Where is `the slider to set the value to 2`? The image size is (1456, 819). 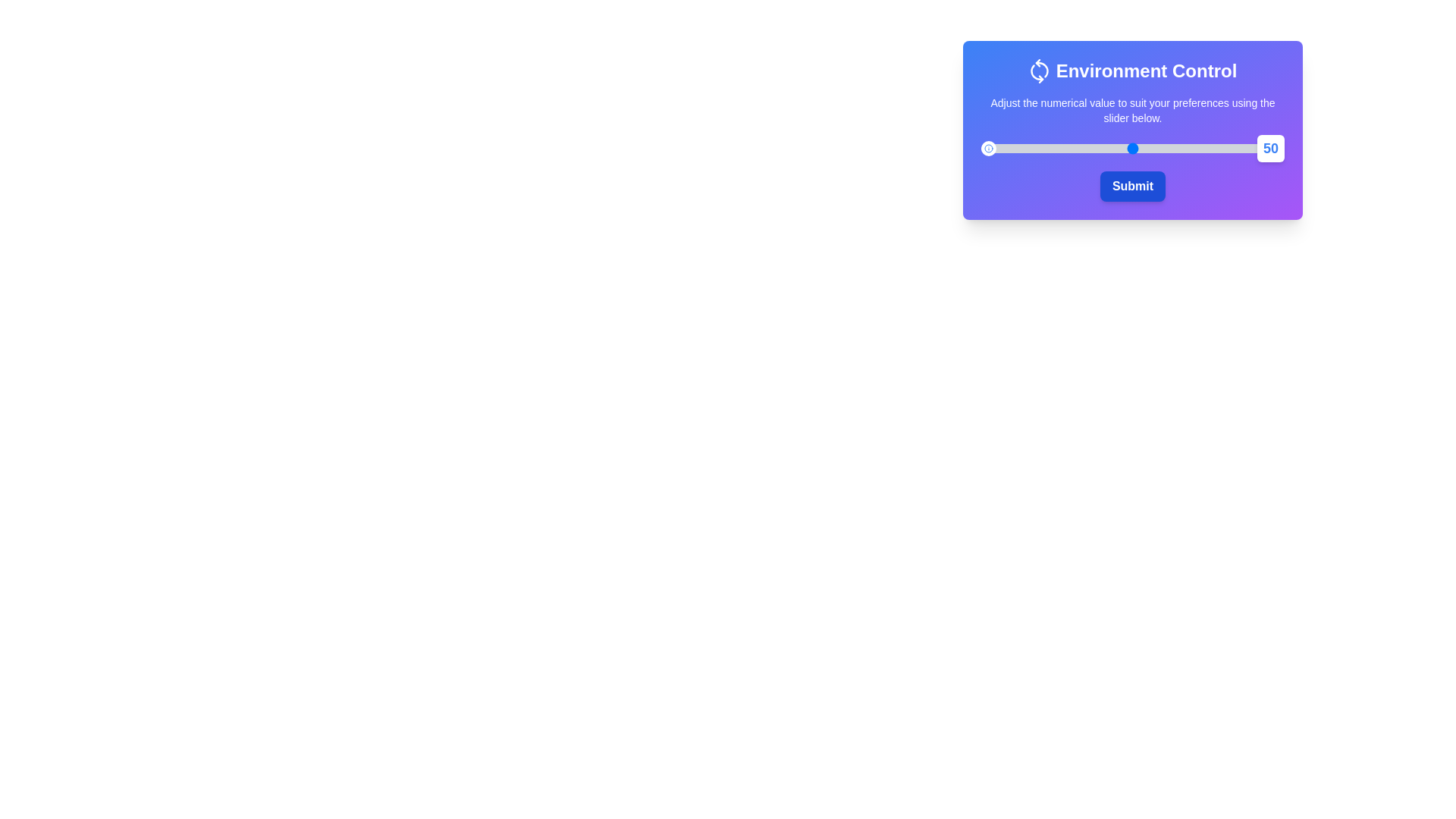
the slider to set the value to 2 is located at coordinates (987, 149).